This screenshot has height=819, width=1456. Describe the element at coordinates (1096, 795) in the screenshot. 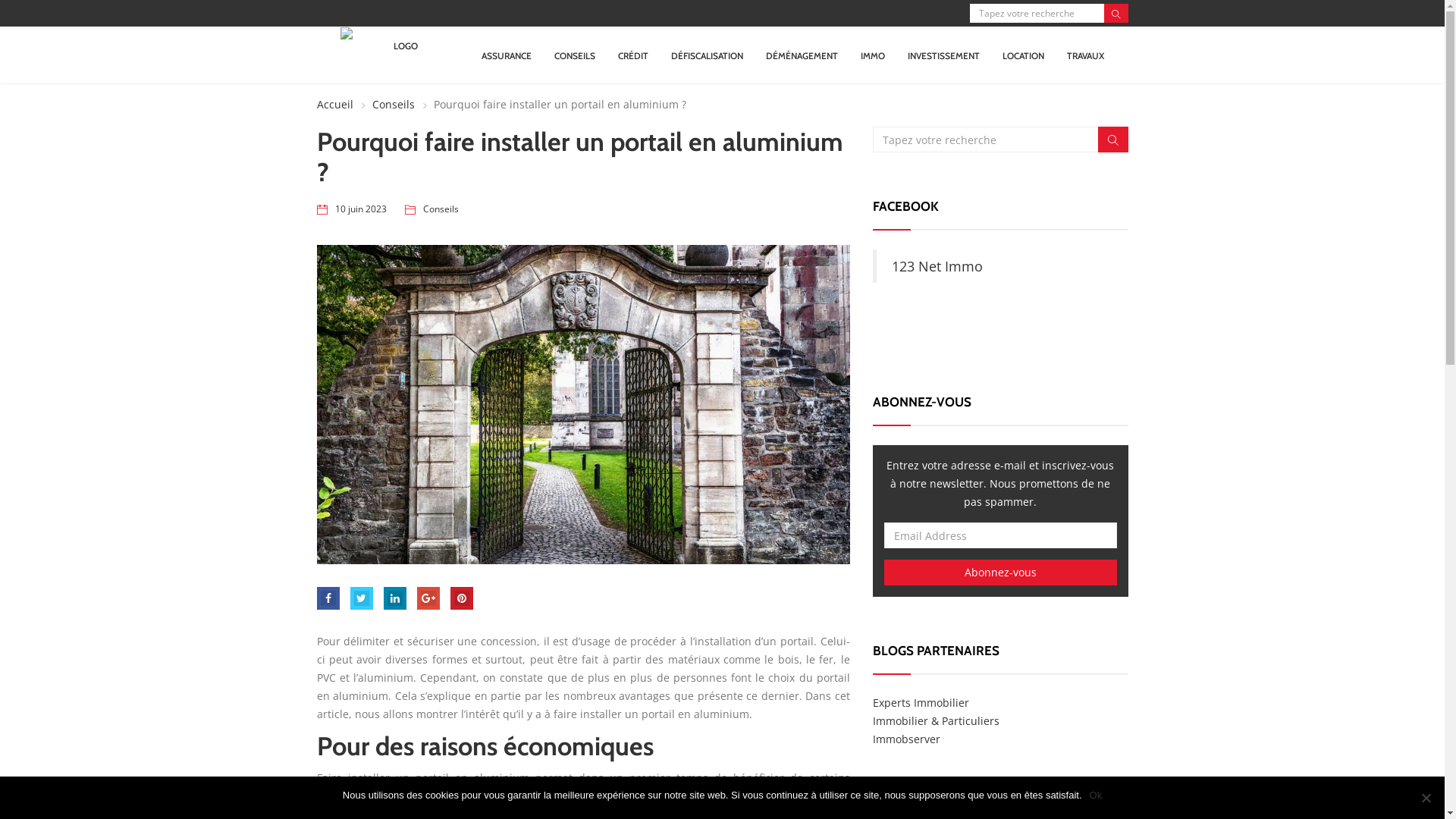

I see `'Ok'` at that location.